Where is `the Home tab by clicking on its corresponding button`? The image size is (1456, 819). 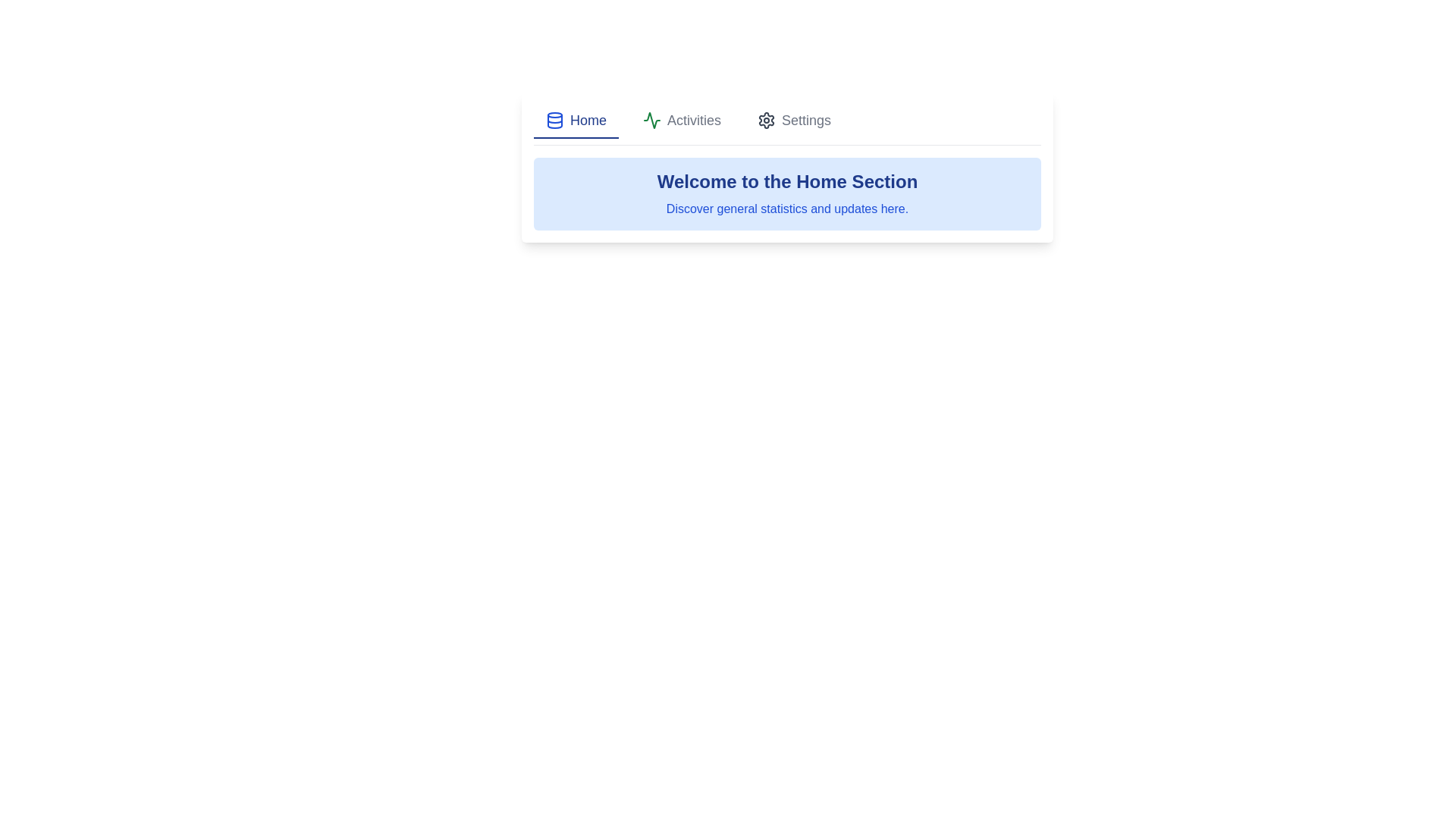 the Home tab by clicking on its corresponding button is located at coordinates (575, 120).